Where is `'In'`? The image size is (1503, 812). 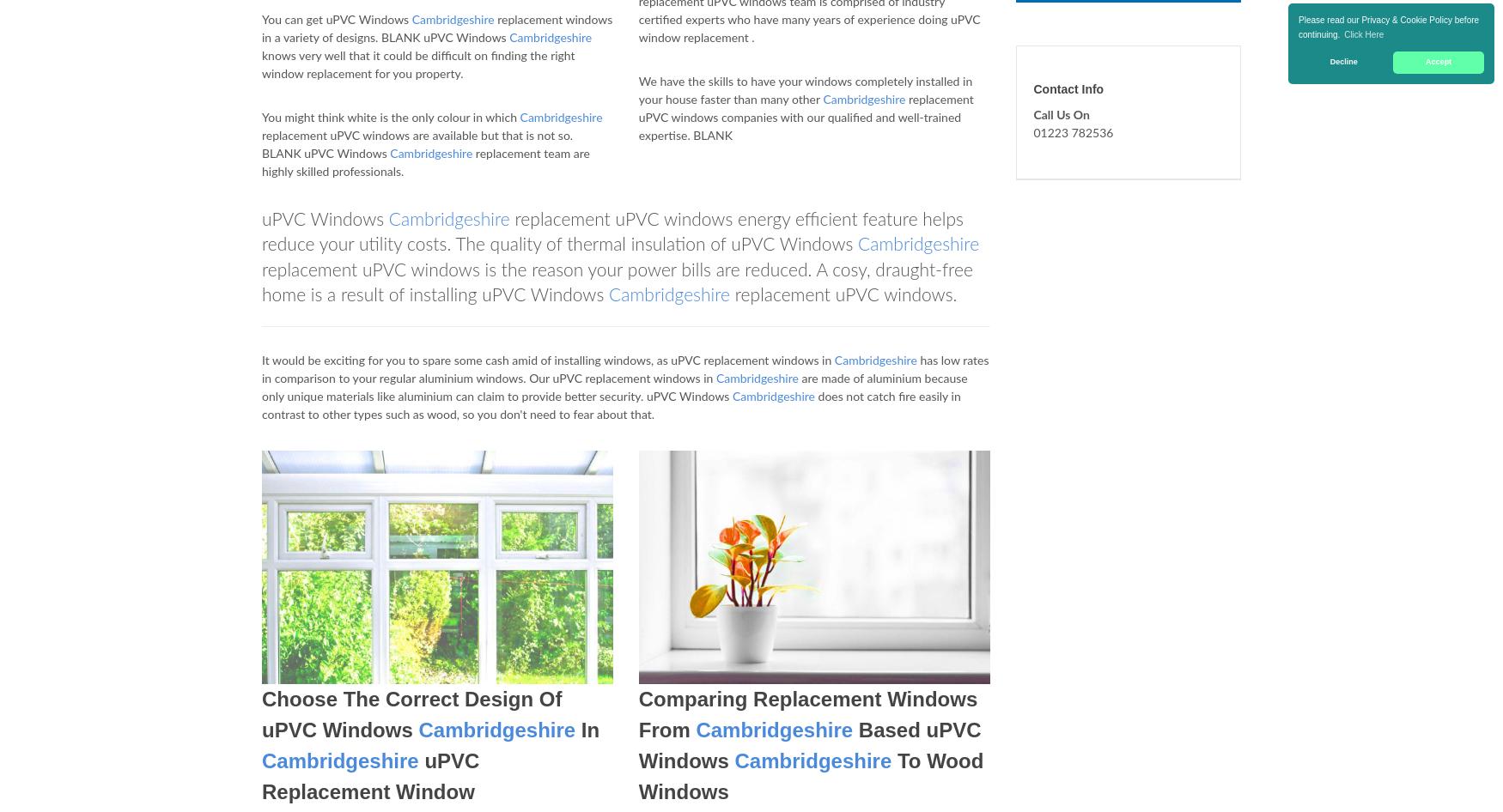
'In' is located at coordinates (587, 730).